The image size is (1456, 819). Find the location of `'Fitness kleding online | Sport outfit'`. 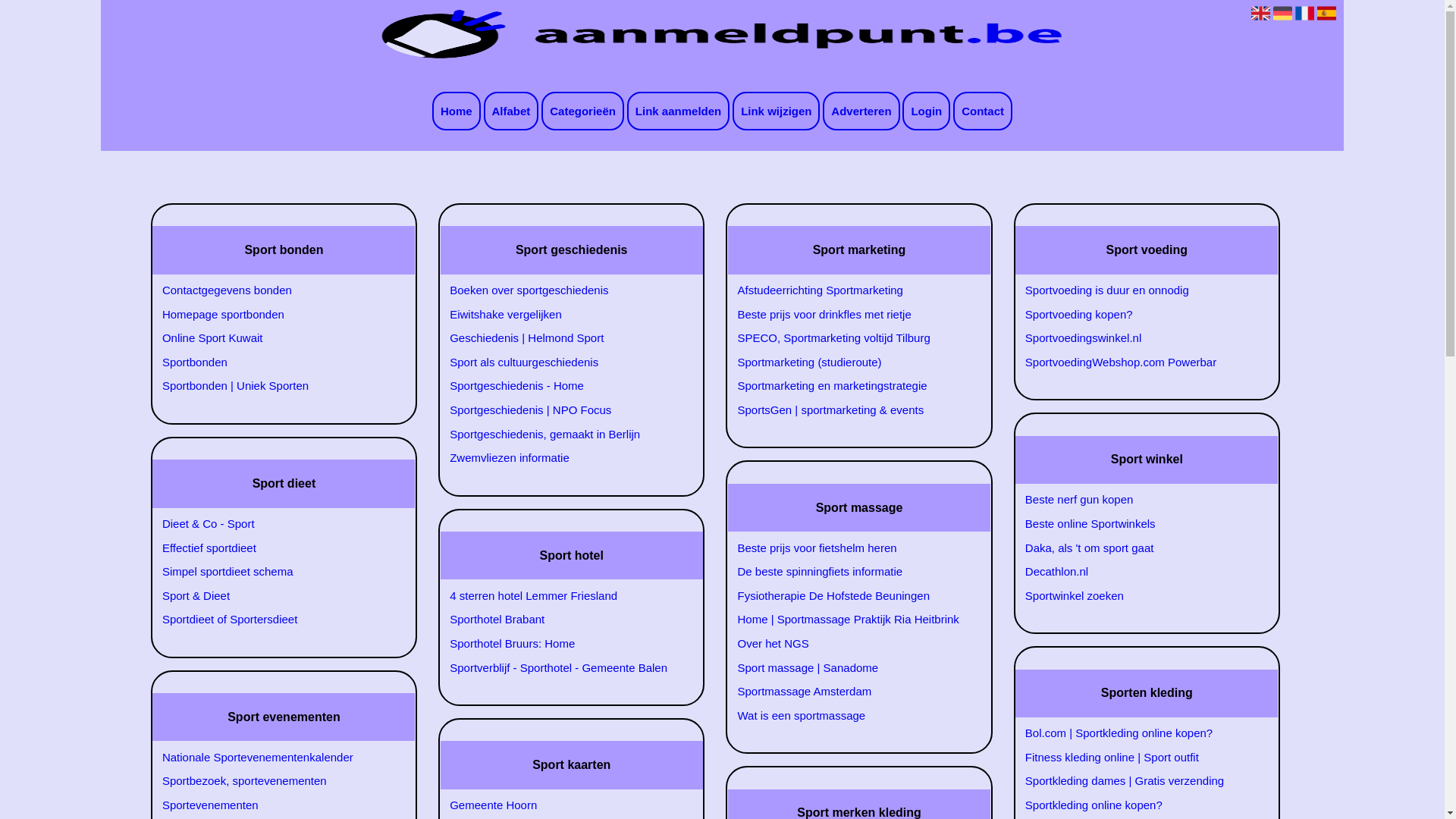

'Fitness kleding online | Sport outfit' is located at coordinates (1018, 758).